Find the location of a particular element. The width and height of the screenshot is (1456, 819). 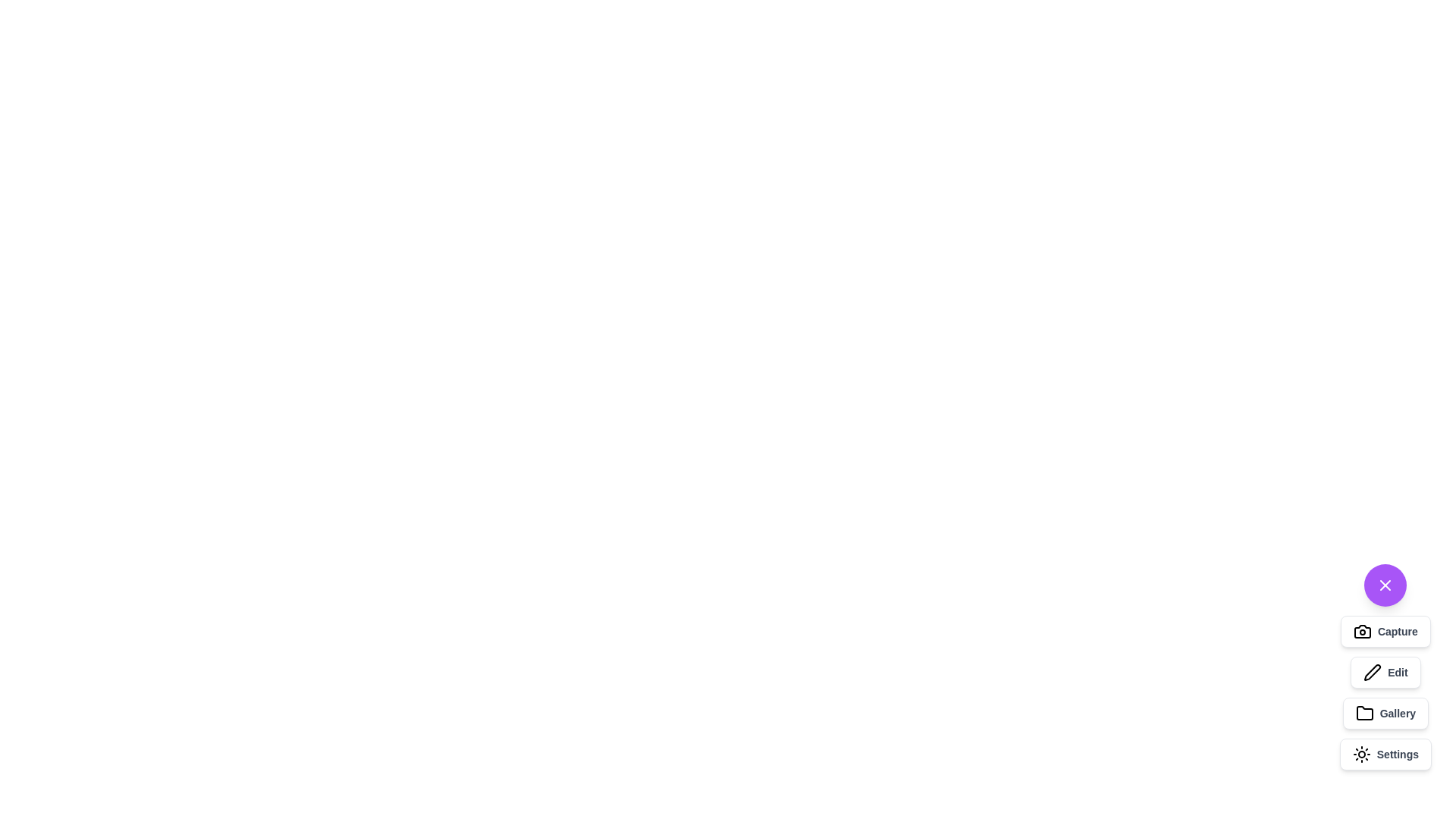

the 'Gallery' button to activate the gallery functionality is located at coordinates (1385, 714).